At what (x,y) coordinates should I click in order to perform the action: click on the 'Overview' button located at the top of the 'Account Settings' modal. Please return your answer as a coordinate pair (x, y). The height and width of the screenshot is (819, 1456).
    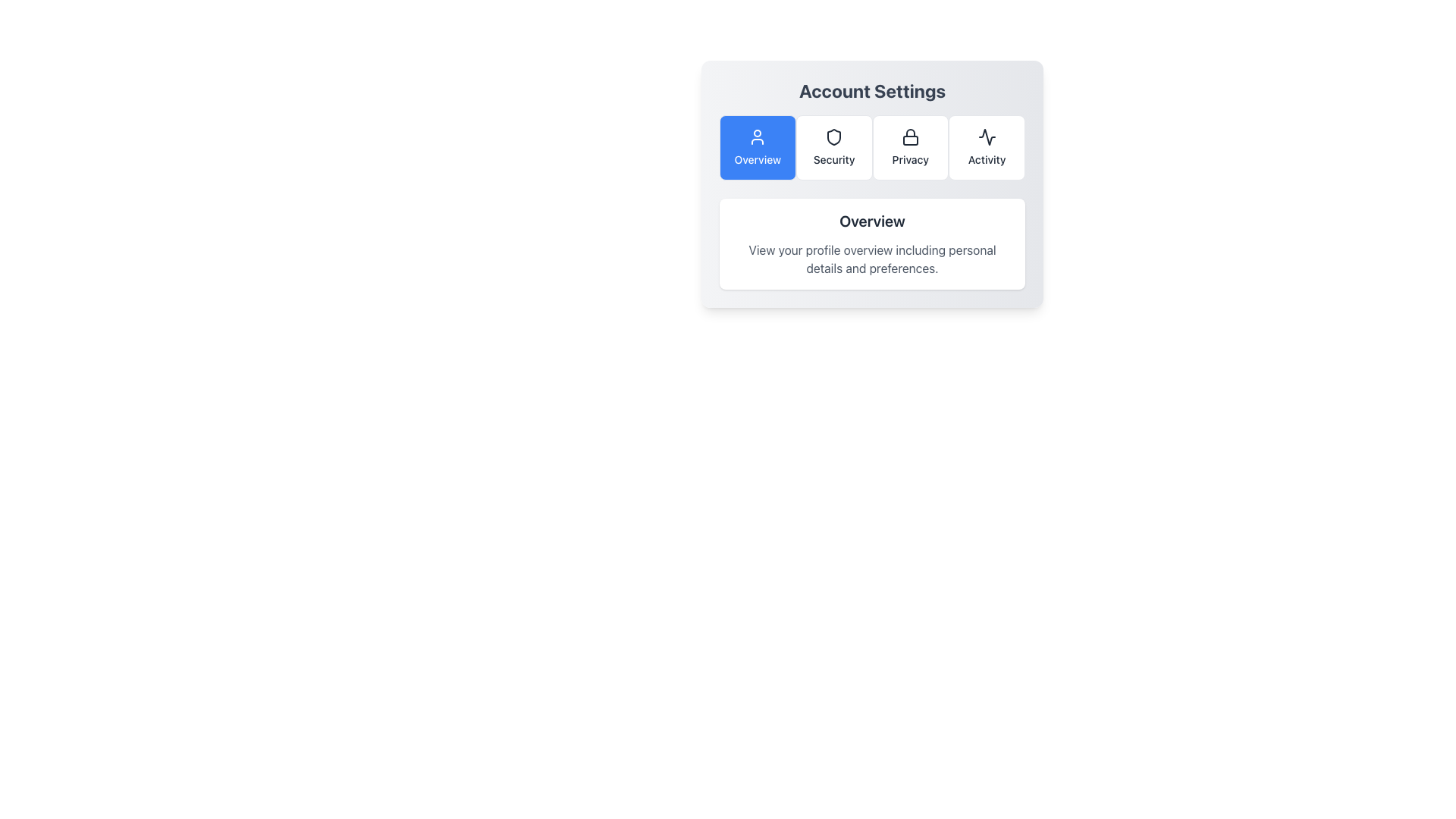
    Looking at the image, I should click on (758, 148).